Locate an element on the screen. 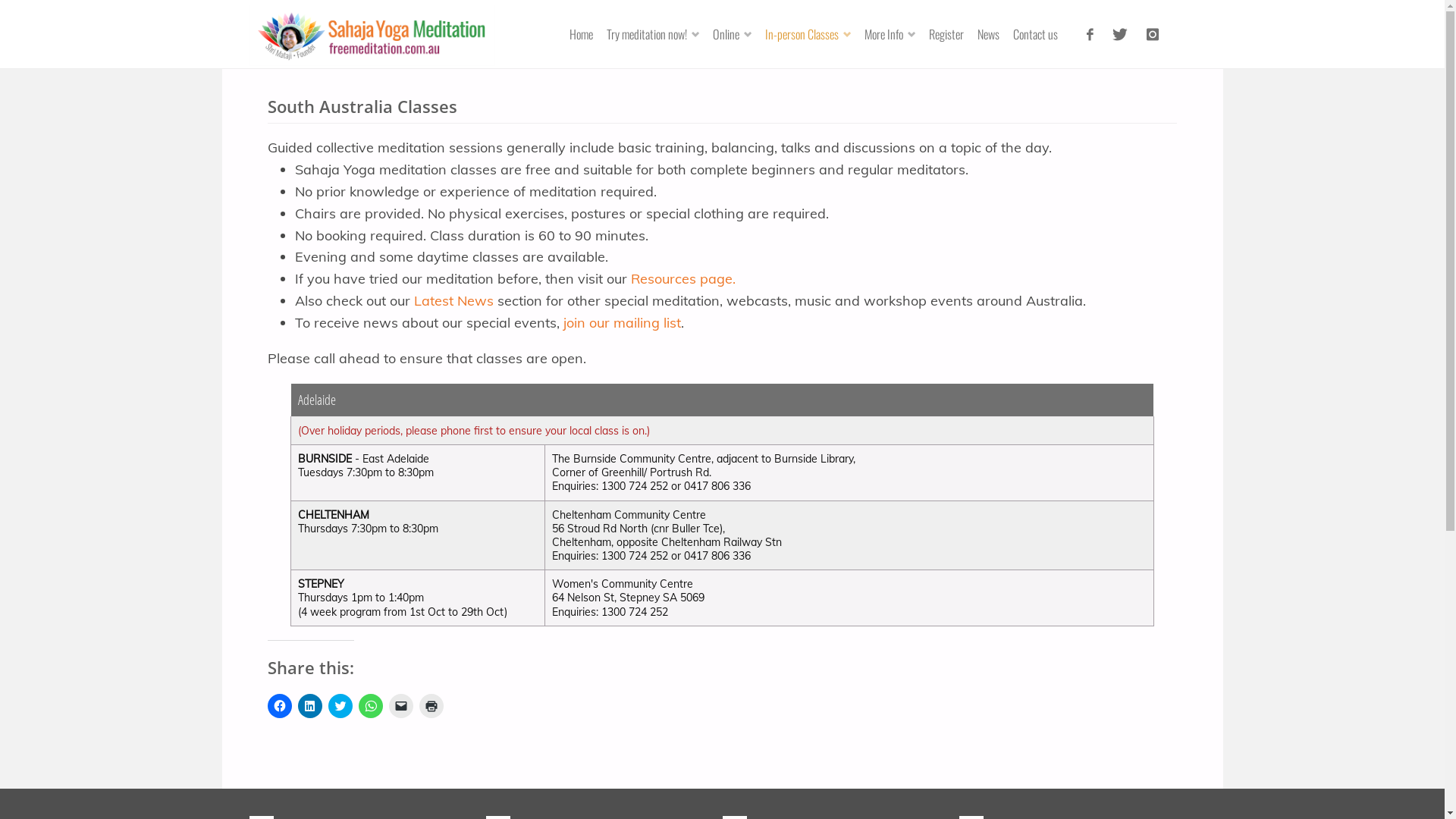 Image resolution: width=1456 pixels, height=819 pixels. 'Follow on Instagram' is located at coordinates (1136, 34).